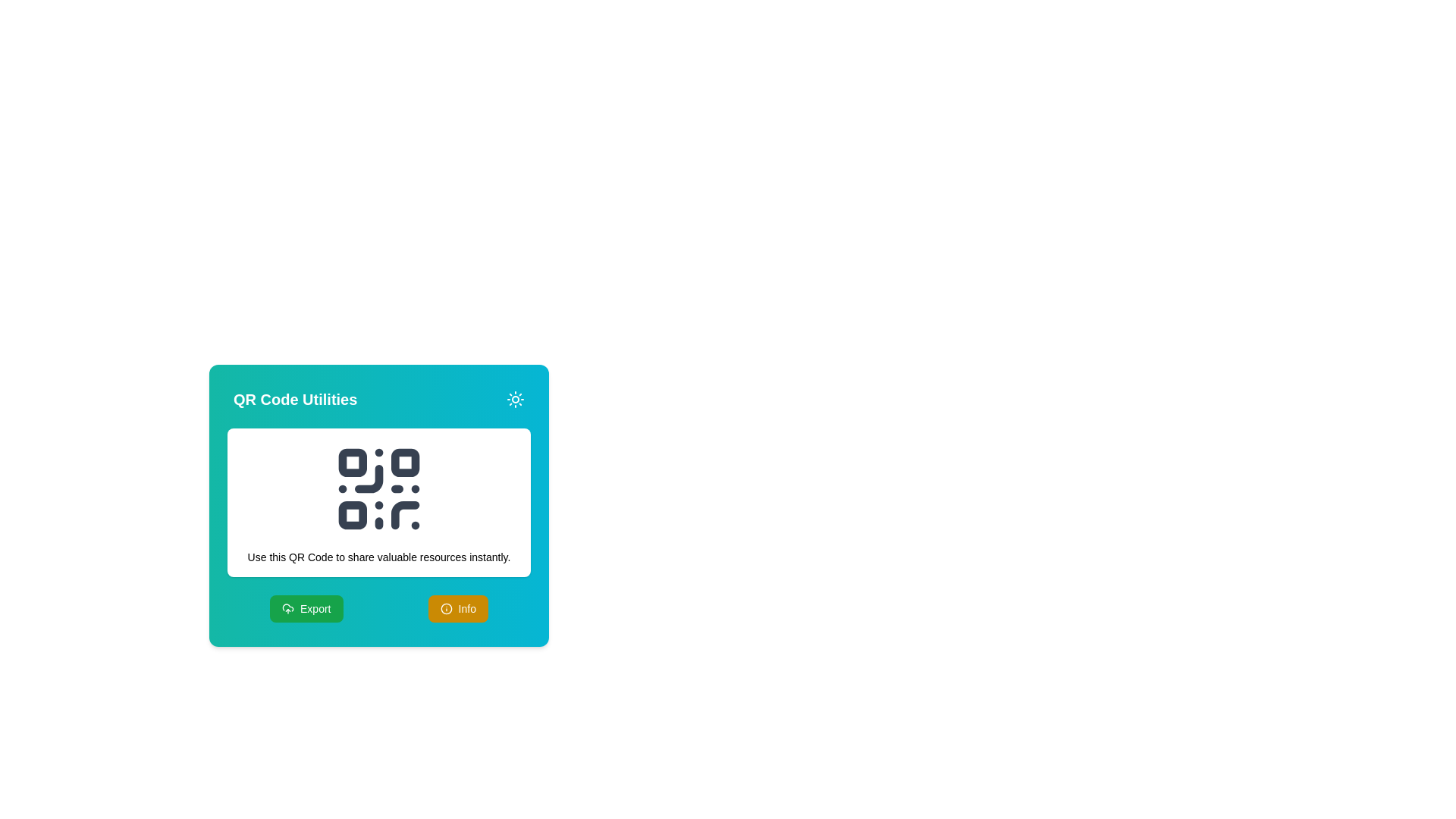  Describe the element at coordinates (457, 607) in the screenshot. I see `the additional information button located at the bottom-right of the 'QR Code Utilities' card interface` at that location.